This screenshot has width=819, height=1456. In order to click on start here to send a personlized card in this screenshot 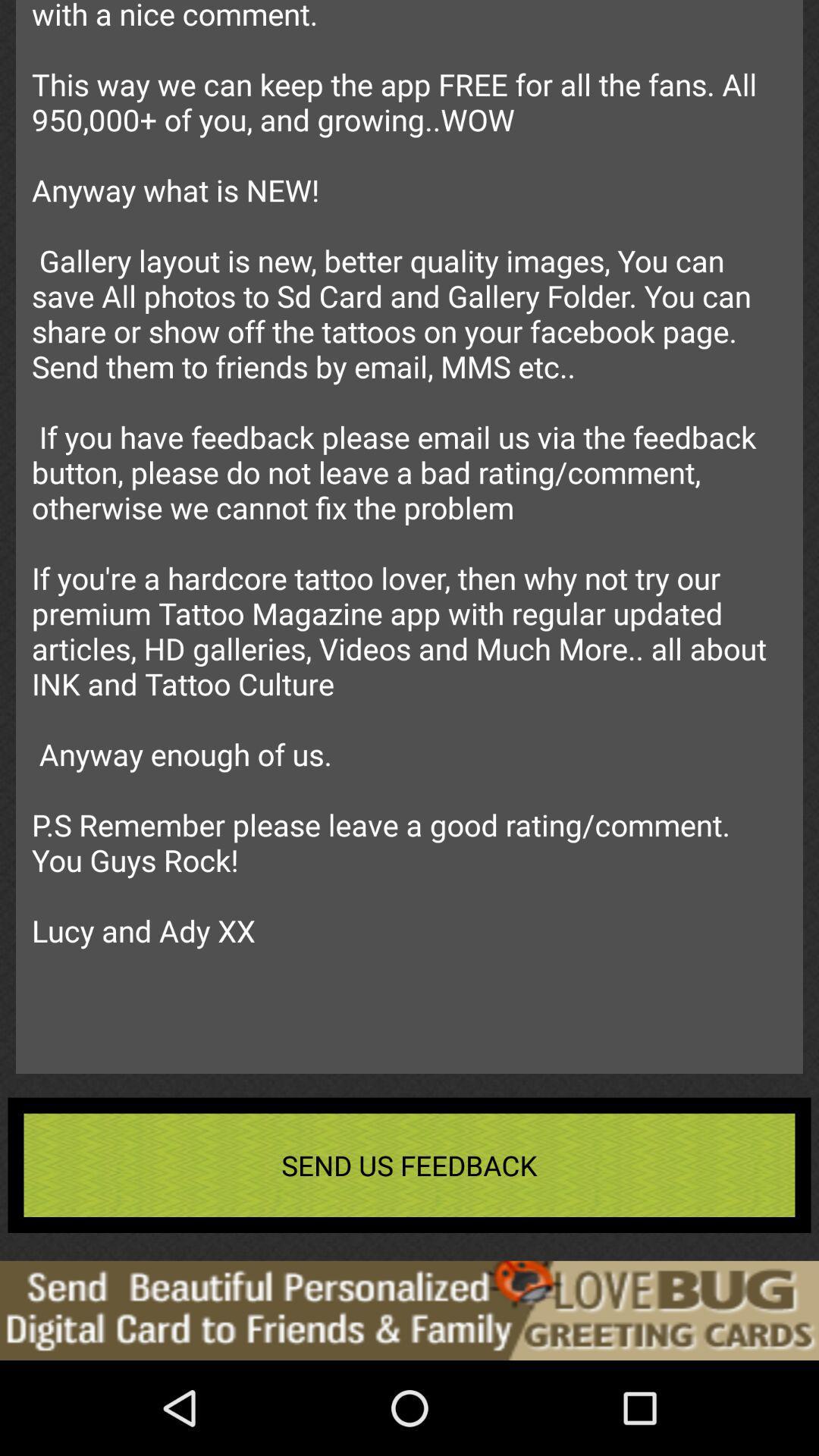, I will do `click(409, 1310)`.